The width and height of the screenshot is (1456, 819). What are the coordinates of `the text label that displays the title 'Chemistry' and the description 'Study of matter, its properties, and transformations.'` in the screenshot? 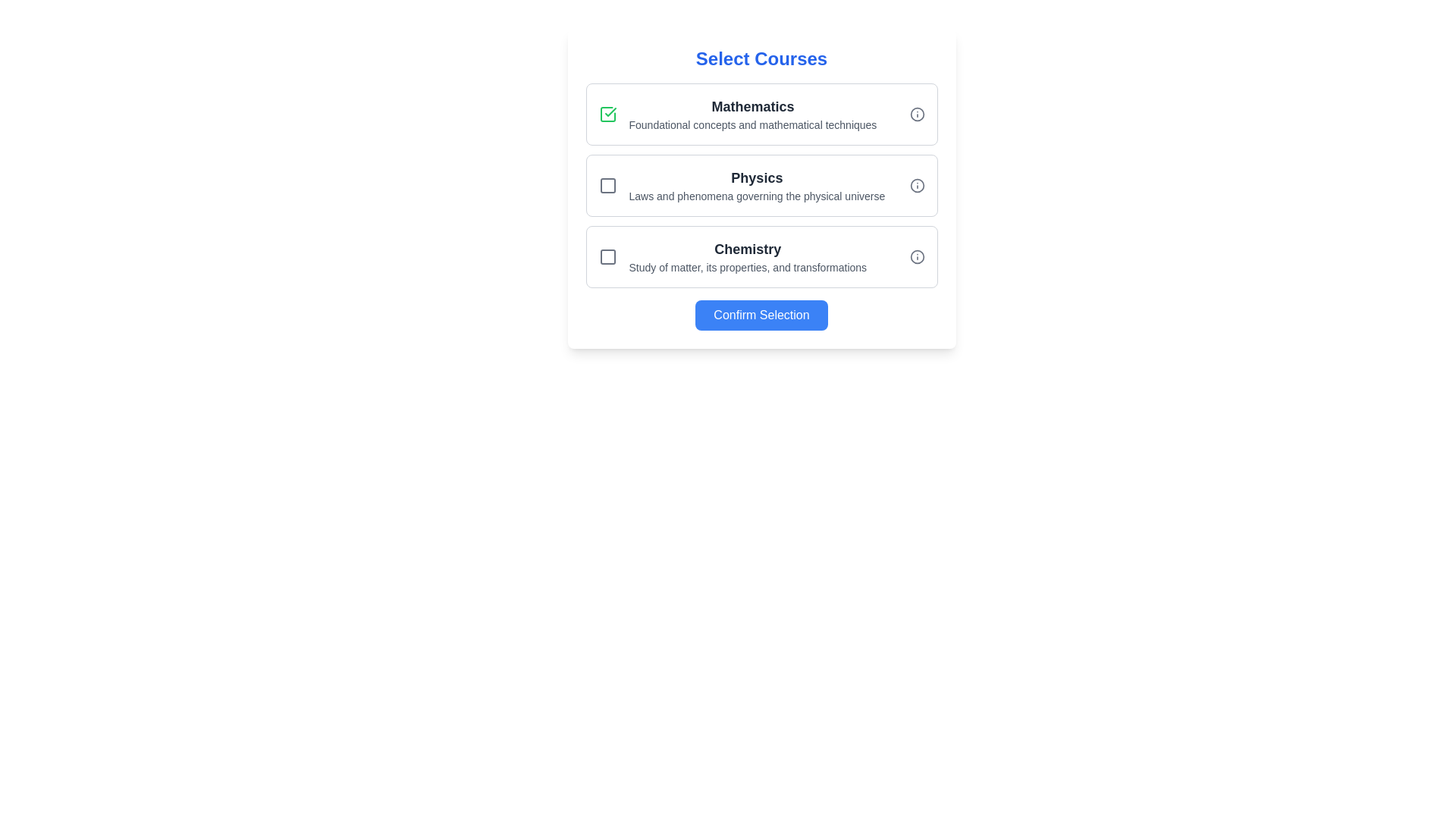 It's located at (748, 256).